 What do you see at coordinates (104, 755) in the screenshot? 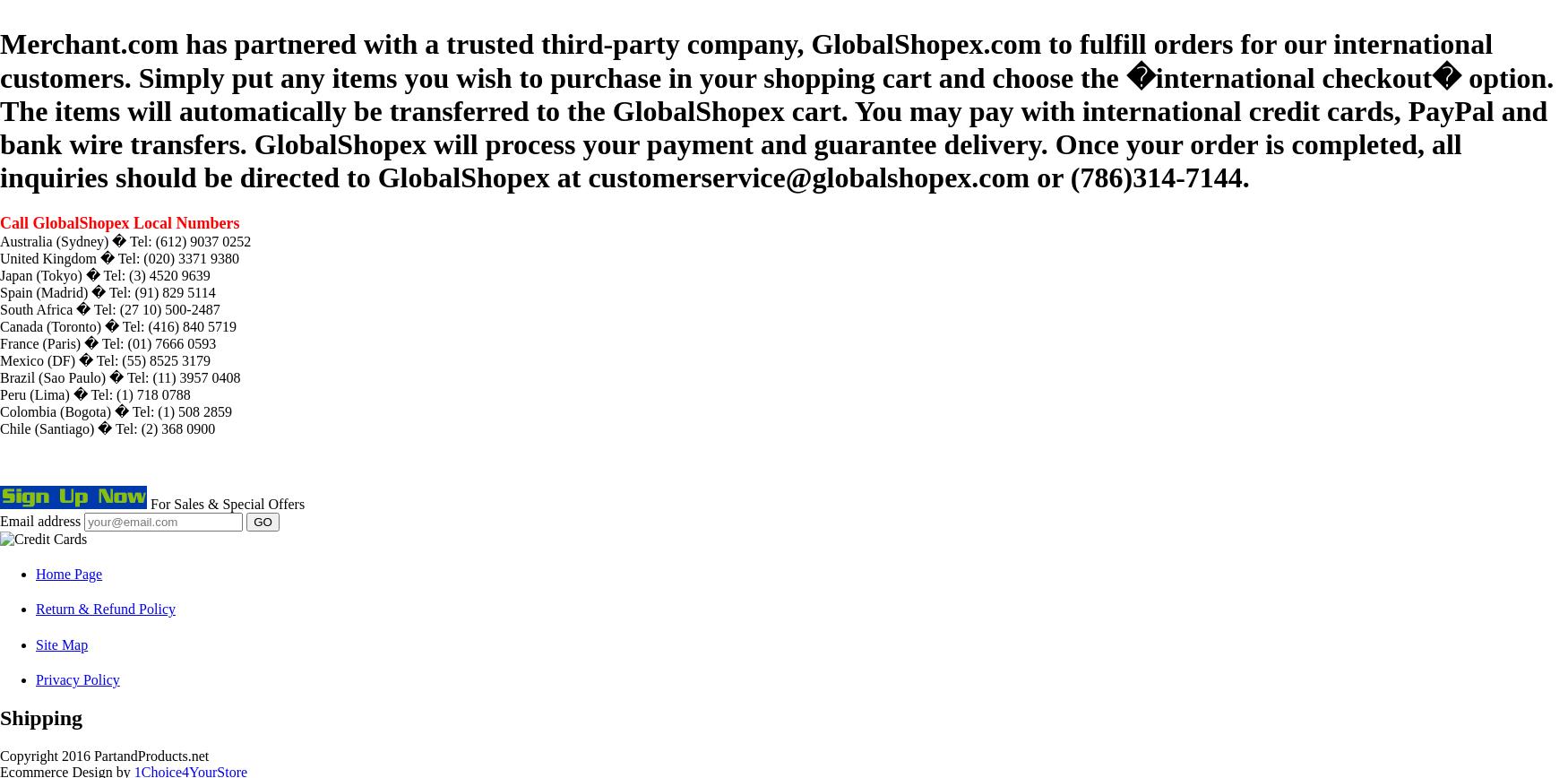
I see `'Copyright 2016 PartandProducts.net'` at bounding box center [104, 755].